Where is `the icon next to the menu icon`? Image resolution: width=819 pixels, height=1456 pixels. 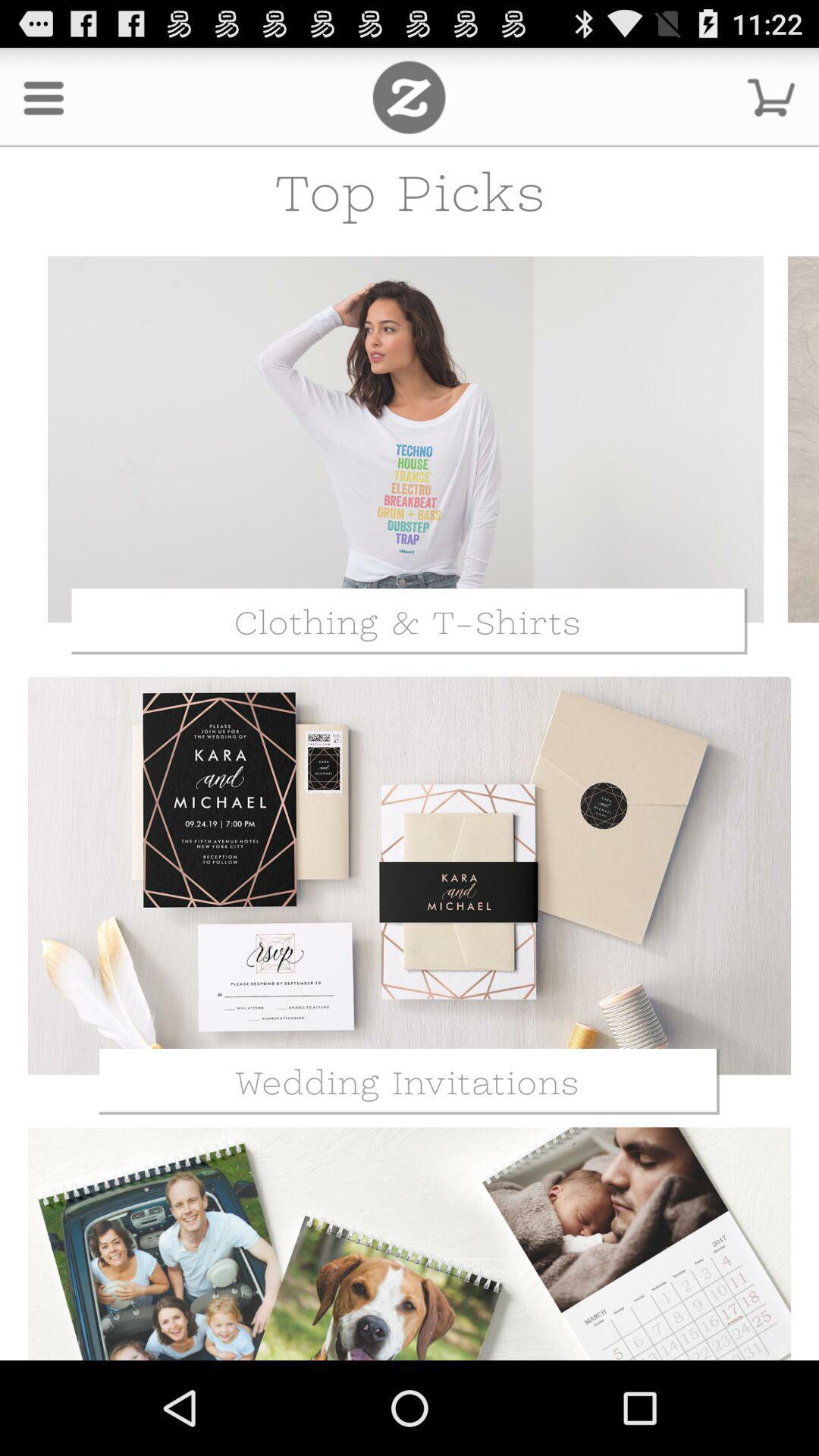 the icon next to the menu icon is located at coordinates (408, 96).